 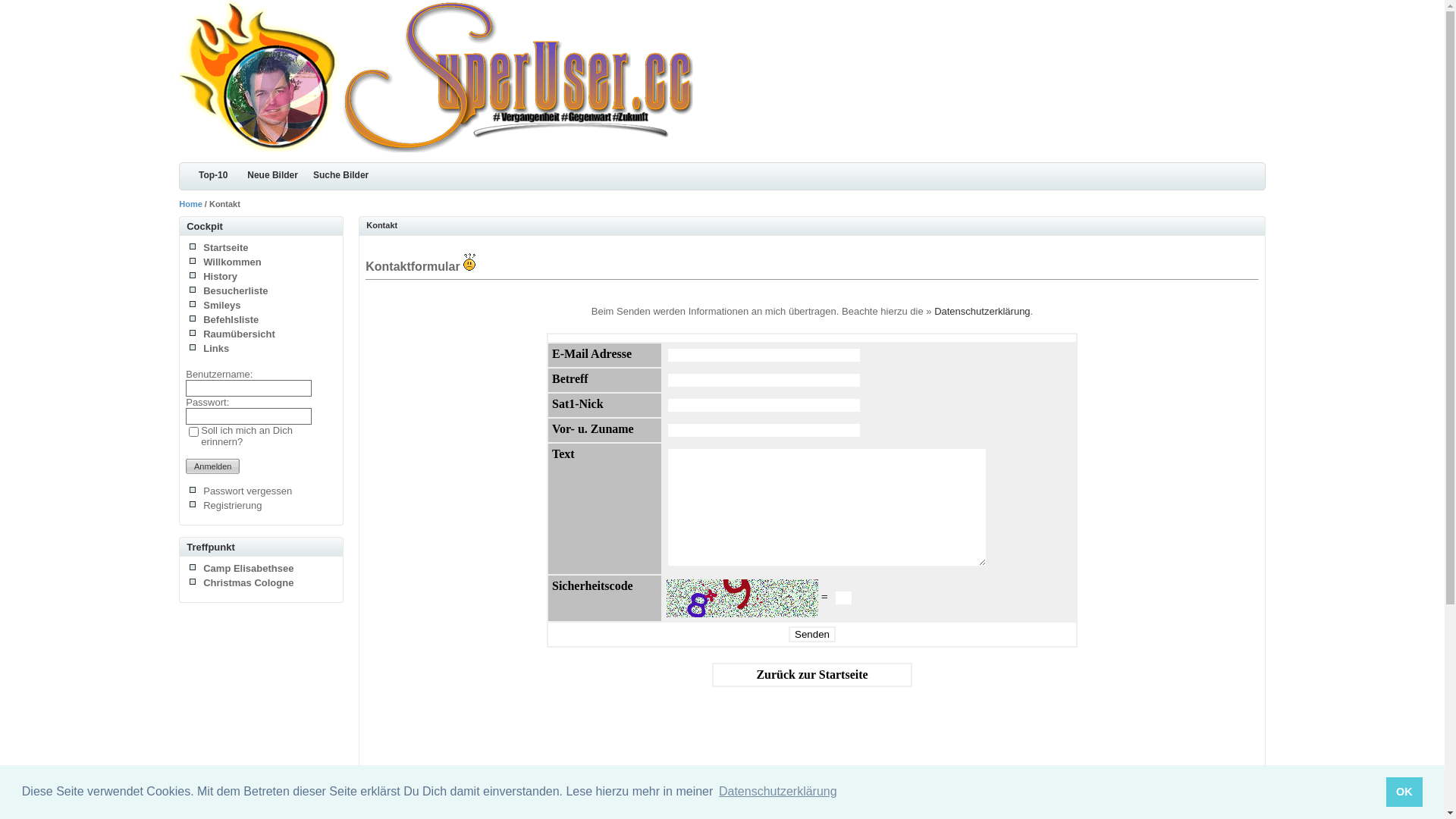 I want to click on 'Passwort vergessen', so click(x=247, y=491).